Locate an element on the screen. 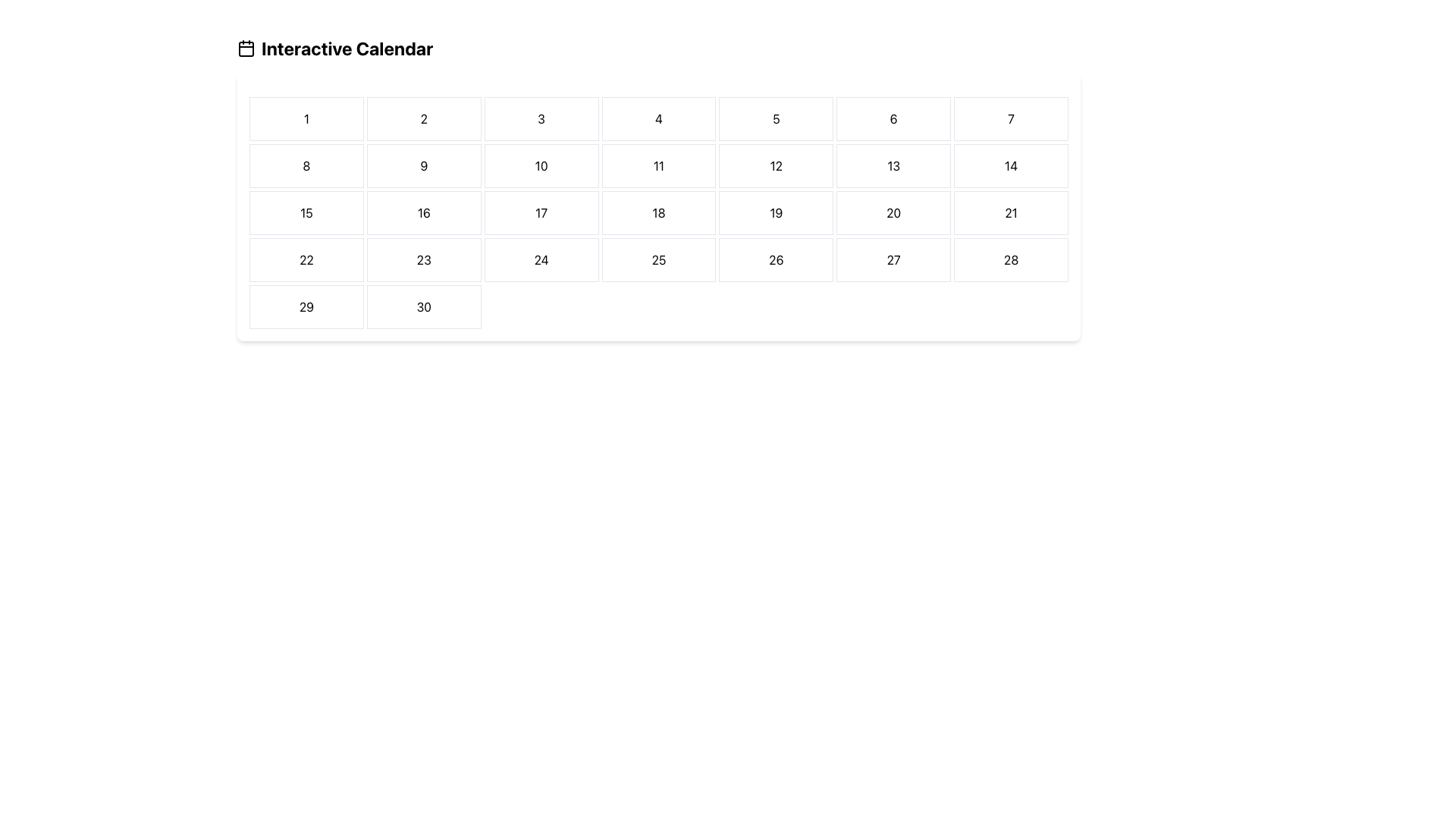 The height and width of the screenshot is (819, 1456). the calendar date box displaying the number '22', which is located in the fourth row and first column of the calendar grid layout is located at coordinates (306, 259).